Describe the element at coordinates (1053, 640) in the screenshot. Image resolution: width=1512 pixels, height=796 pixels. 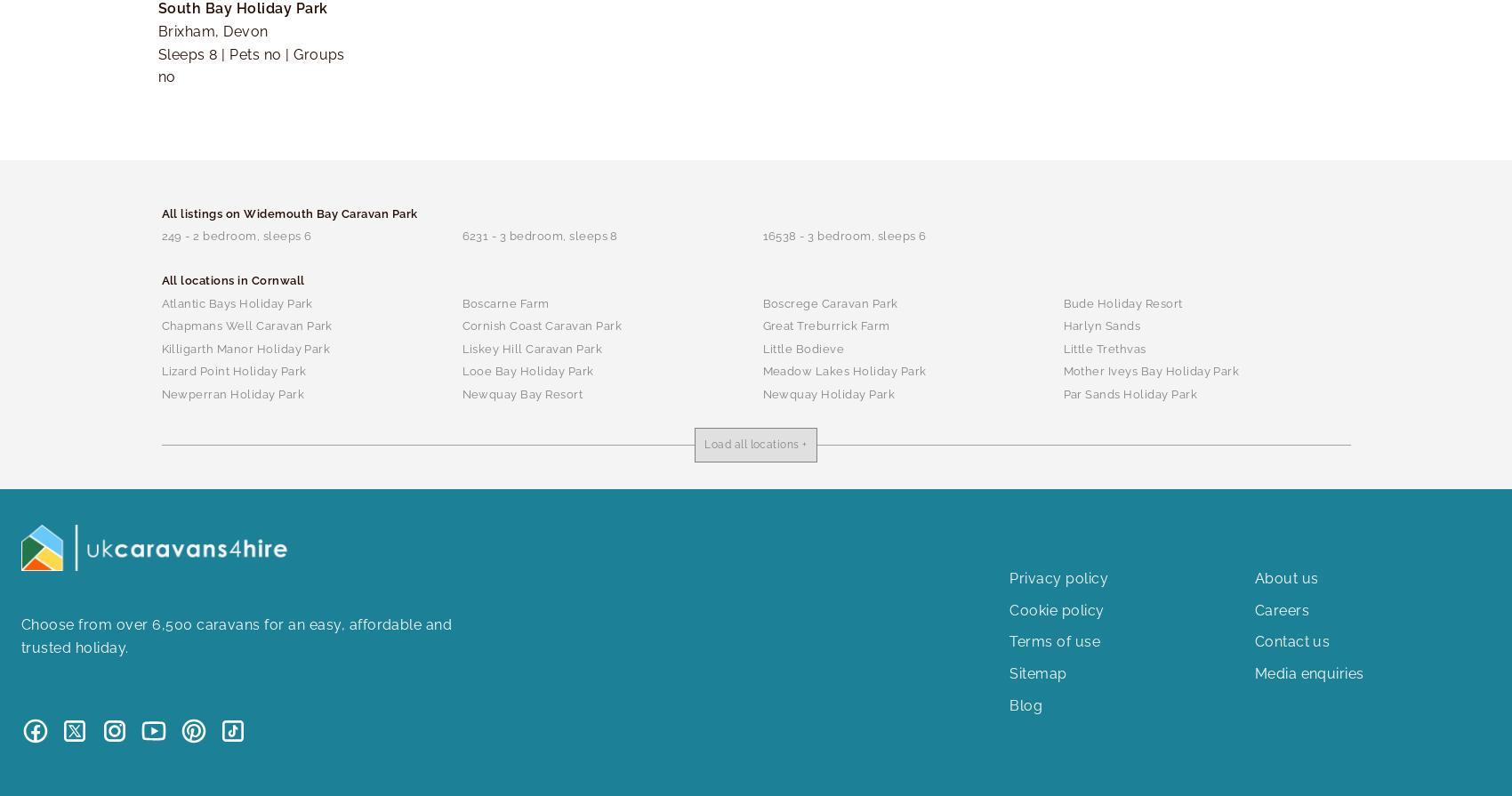
I see `'Terms of use'` at that location.